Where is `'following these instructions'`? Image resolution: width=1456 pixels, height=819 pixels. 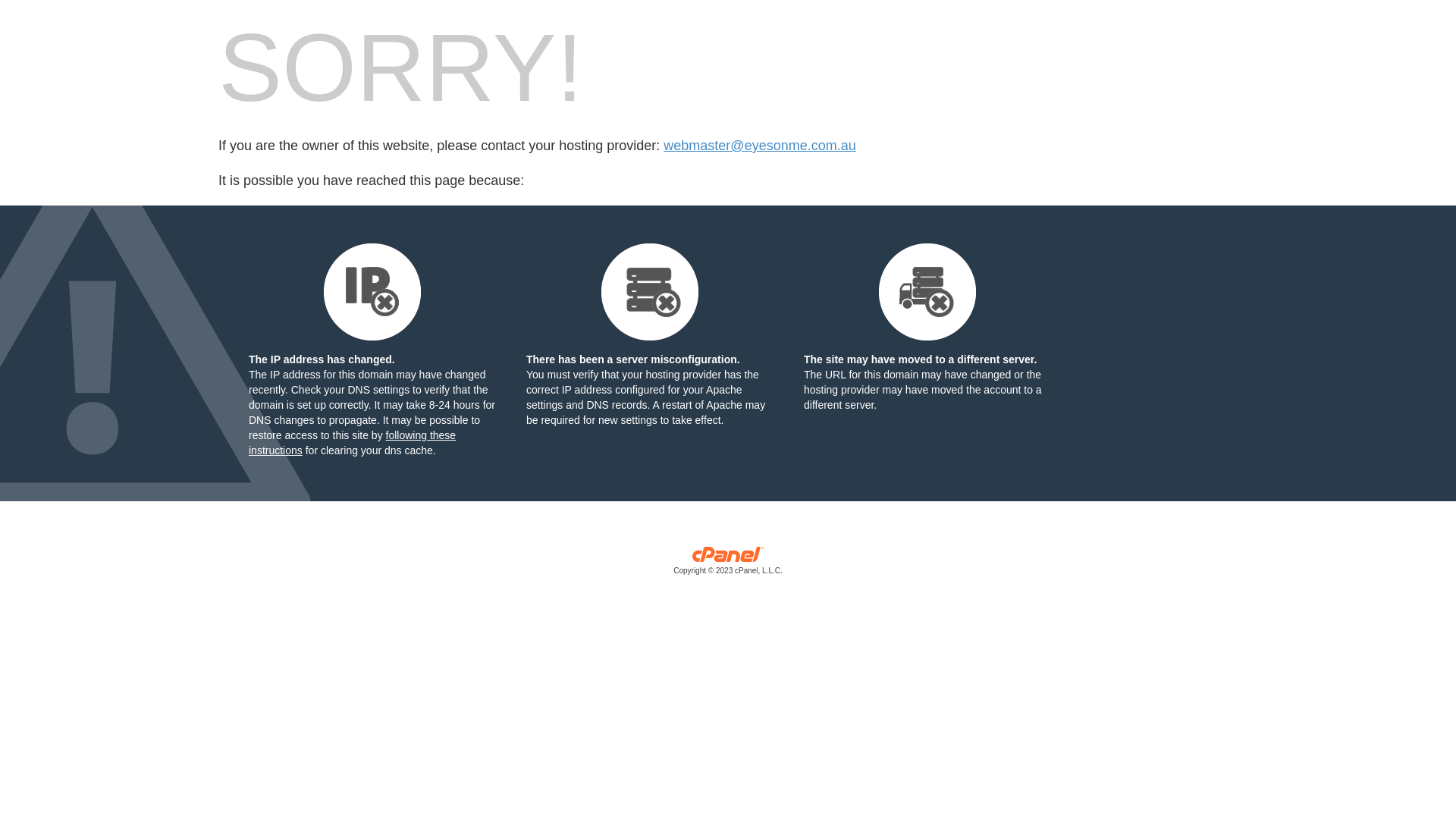 'following these instructions' is located at coordinates (351, 442).